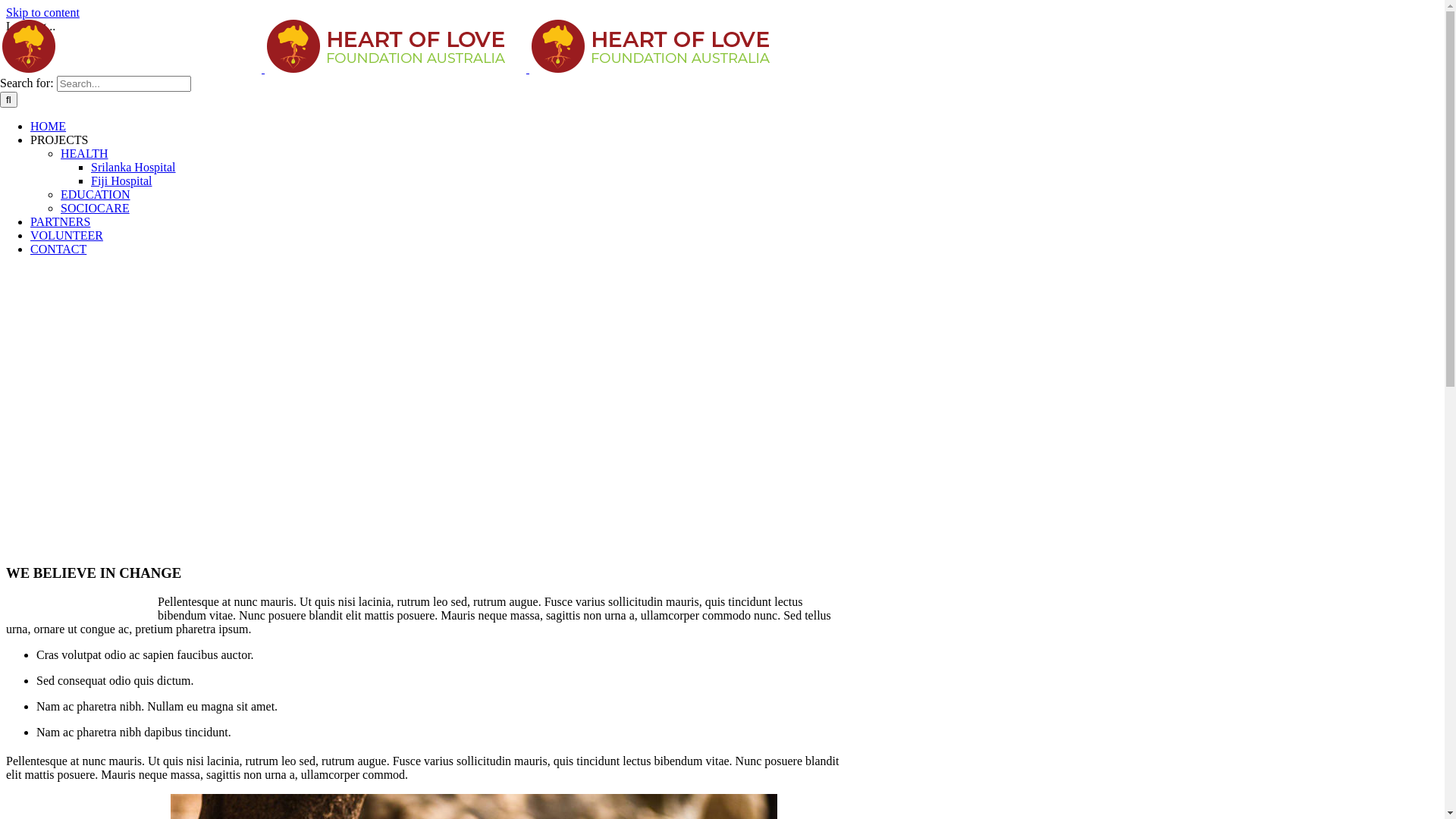 The image size is (1456, 819). I want to click on 'HEALTH', so click(83, 153).